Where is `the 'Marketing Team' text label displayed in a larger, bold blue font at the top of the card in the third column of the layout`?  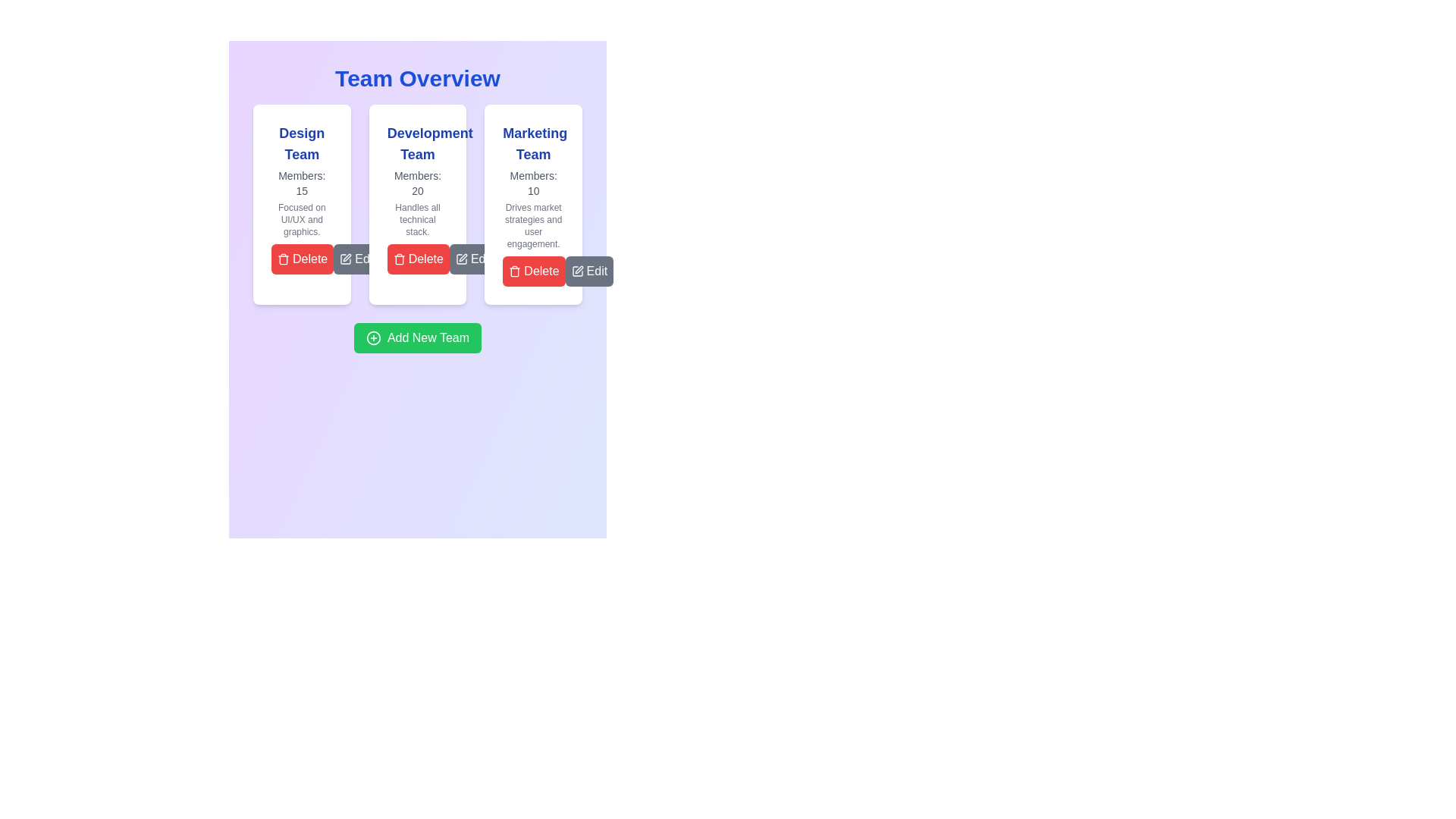 the 'Marketing Team' text label displayed in a larger, bold blue font at the top of the card in the third column of the layout is located at coordinates (533, 143).